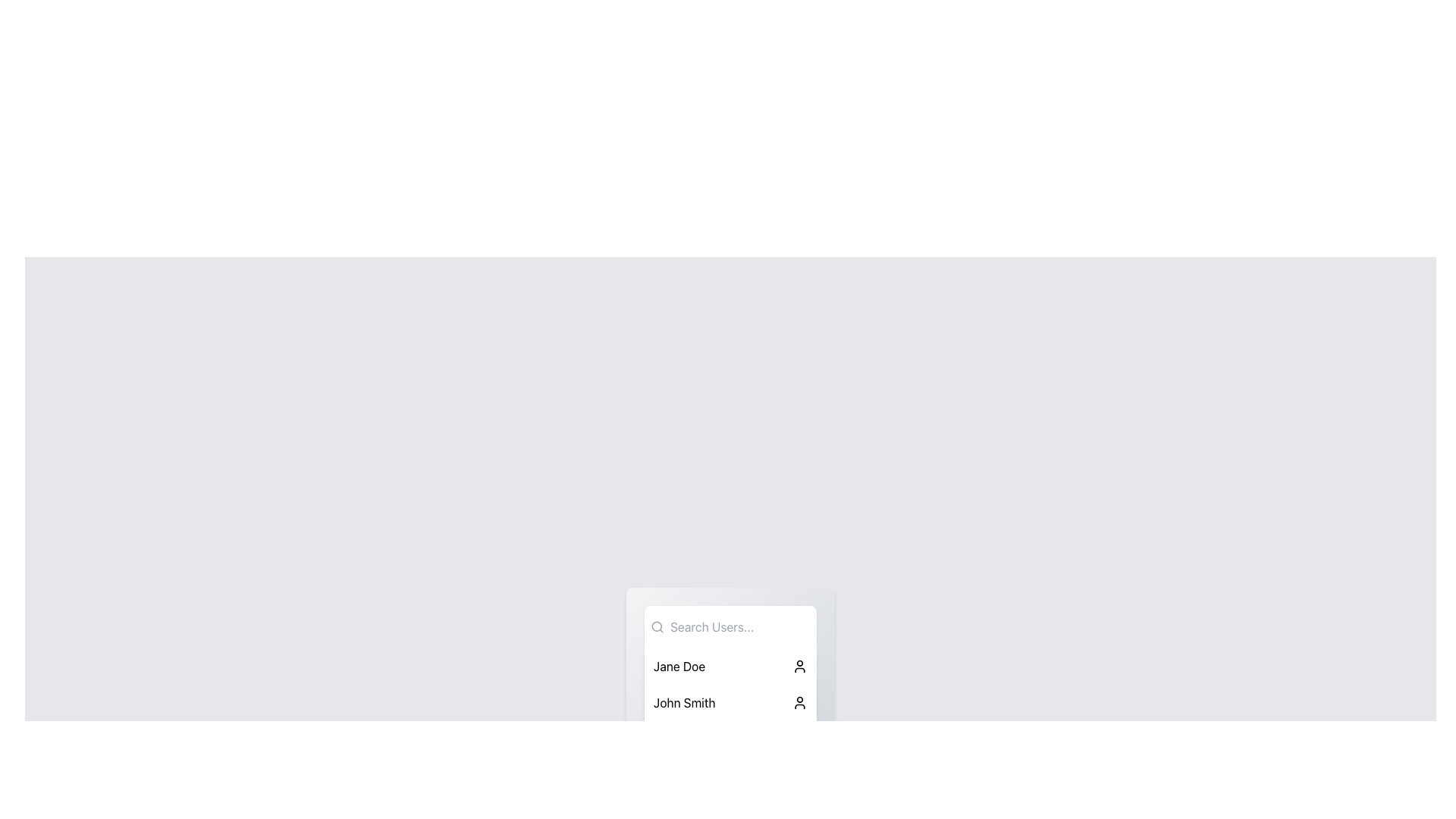  Describe the element at coordinates (730, 702) in the screenshot. I see `the List Item labeled 'John Smith' in the dropdown` at that location.